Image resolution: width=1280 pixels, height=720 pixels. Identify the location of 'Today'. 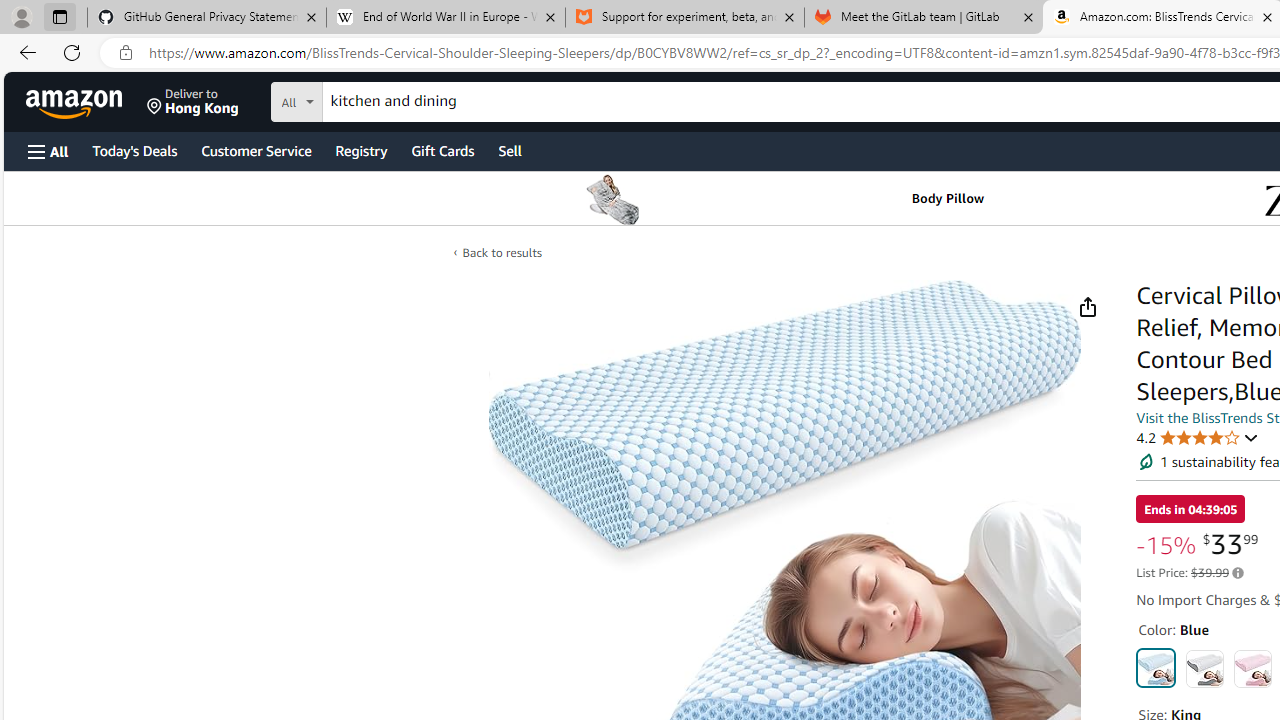
(133, 149).